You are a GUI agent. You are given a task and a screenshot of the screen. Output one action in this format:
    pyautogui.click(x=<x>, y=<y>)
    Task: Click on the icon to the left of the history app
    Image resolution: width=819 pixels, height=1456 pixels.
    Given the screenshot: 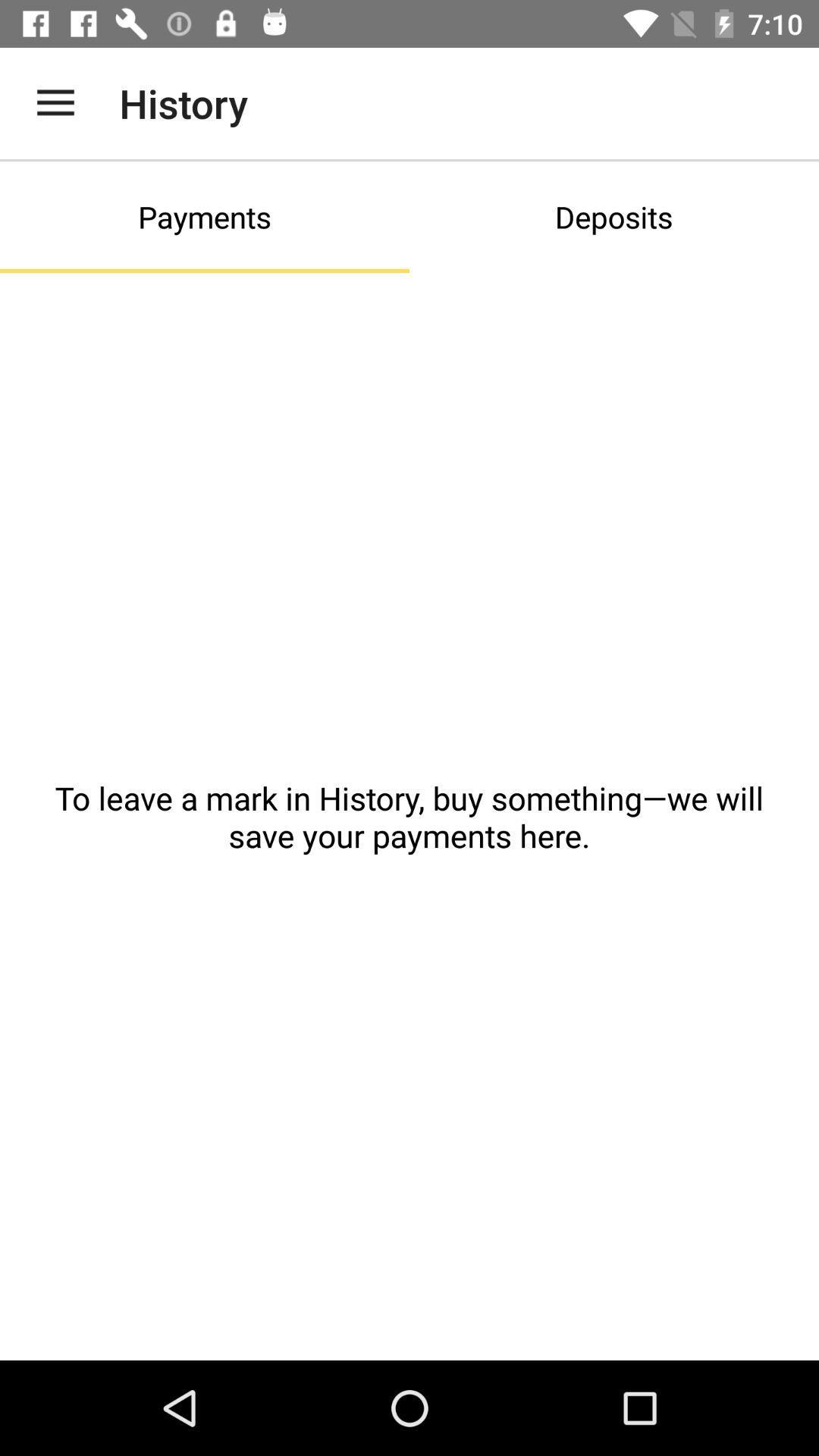 What is the action you would take?
    pyautogui.click(x=55, y=102)
    